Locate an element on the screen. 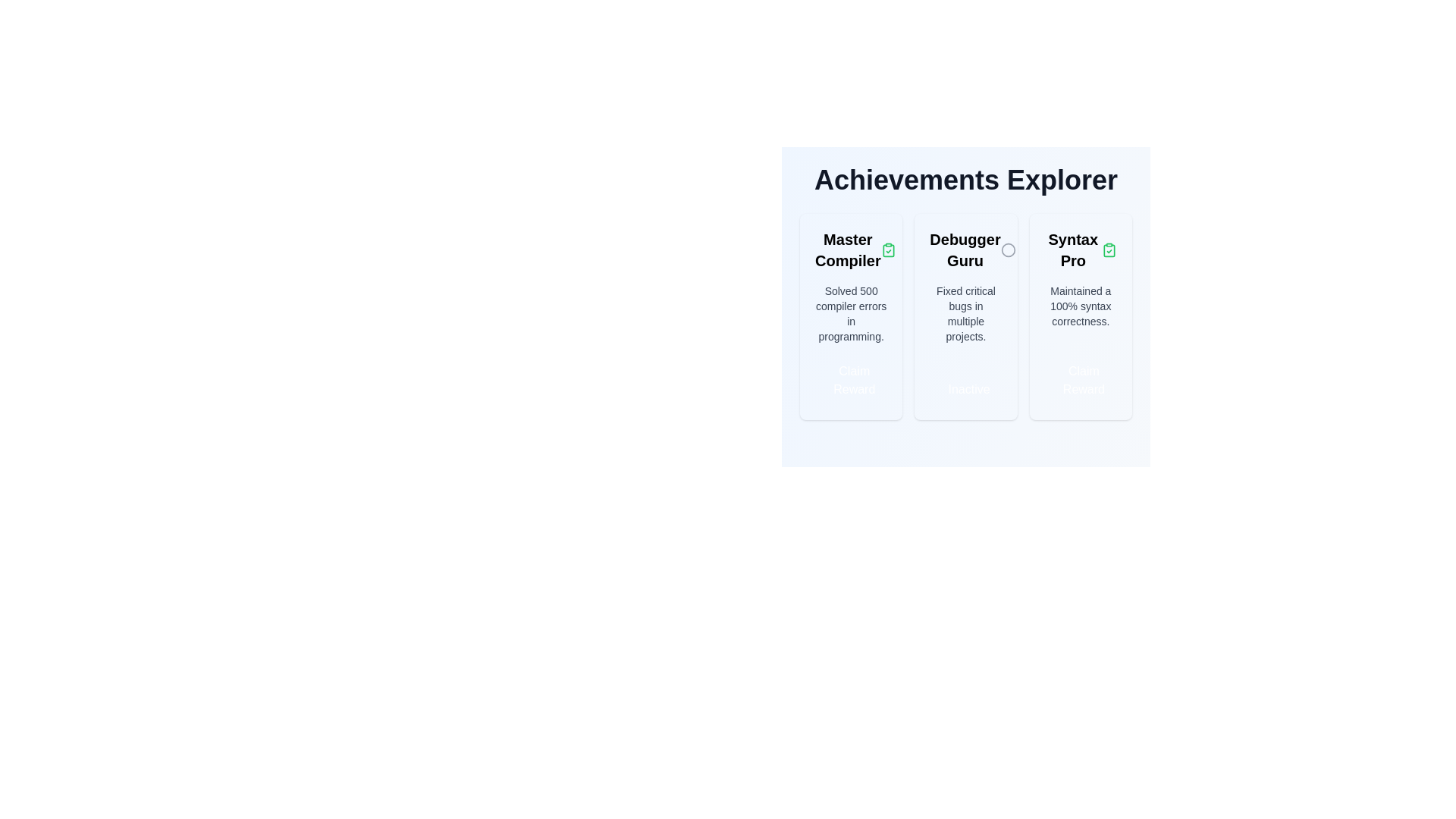 The width and height of the screenshot is (1456, 819). the 'inactive achievement' button located at the bottom section of the 'Debugger Guru' card is located at coordinates (965, 388).